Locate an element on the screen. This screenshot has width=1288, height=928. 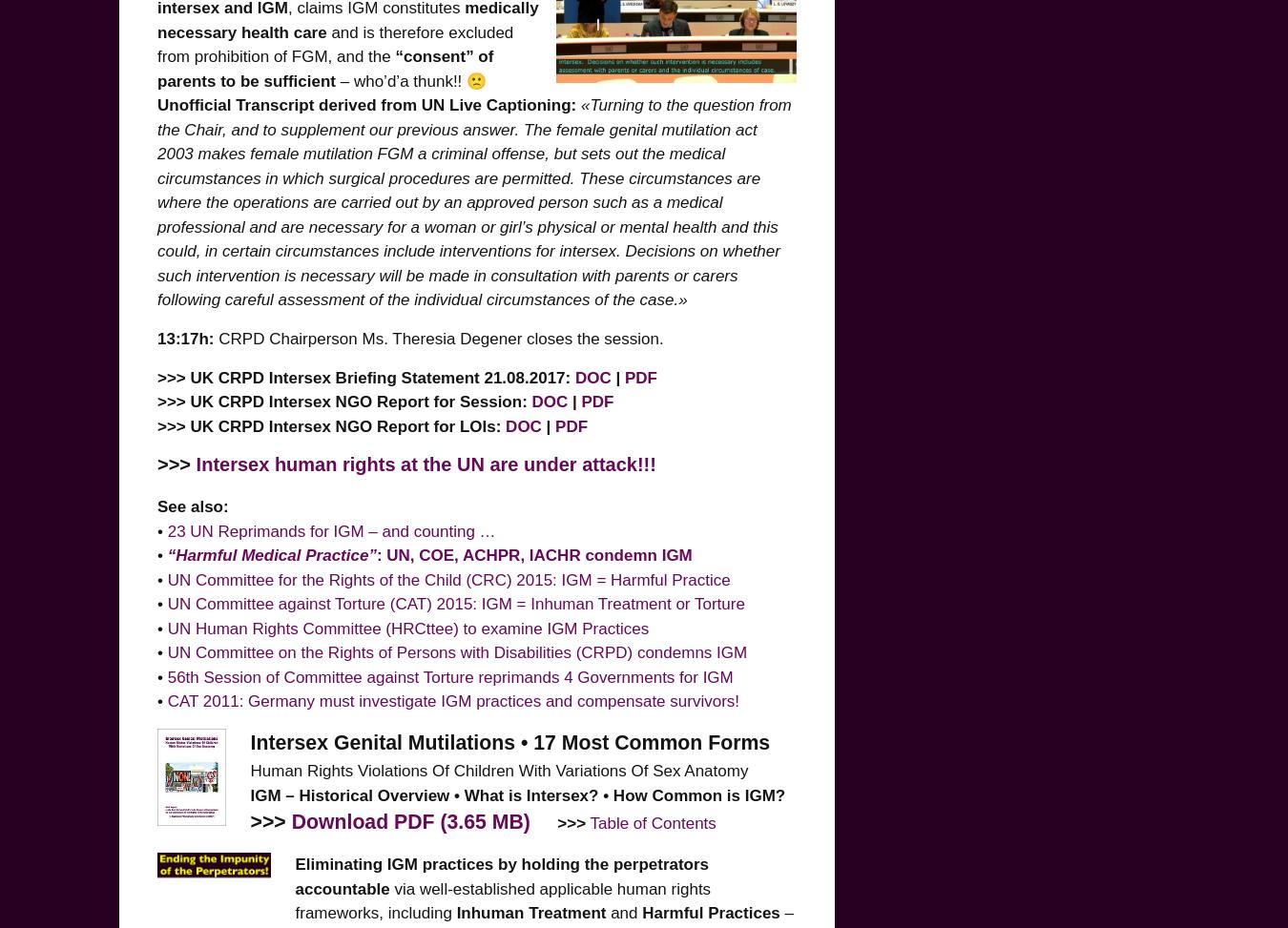
'13:17h:' is located at coordinates (185, 337).